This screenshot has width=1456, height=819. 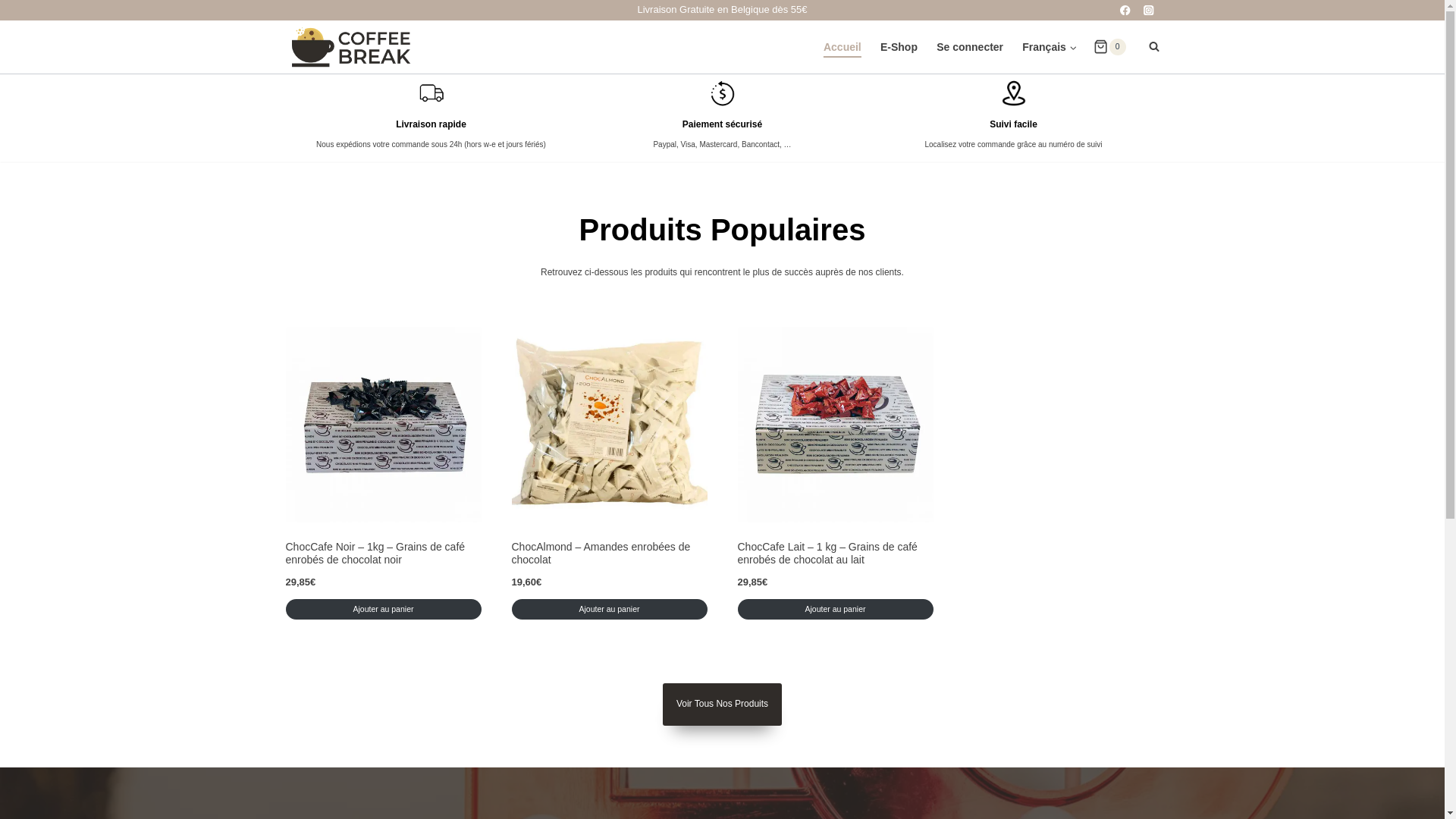 What do you see at coordinates (382, 608) in the screenshot?
I see `'Ajouter au panier'` at bounding box center [382, 608].